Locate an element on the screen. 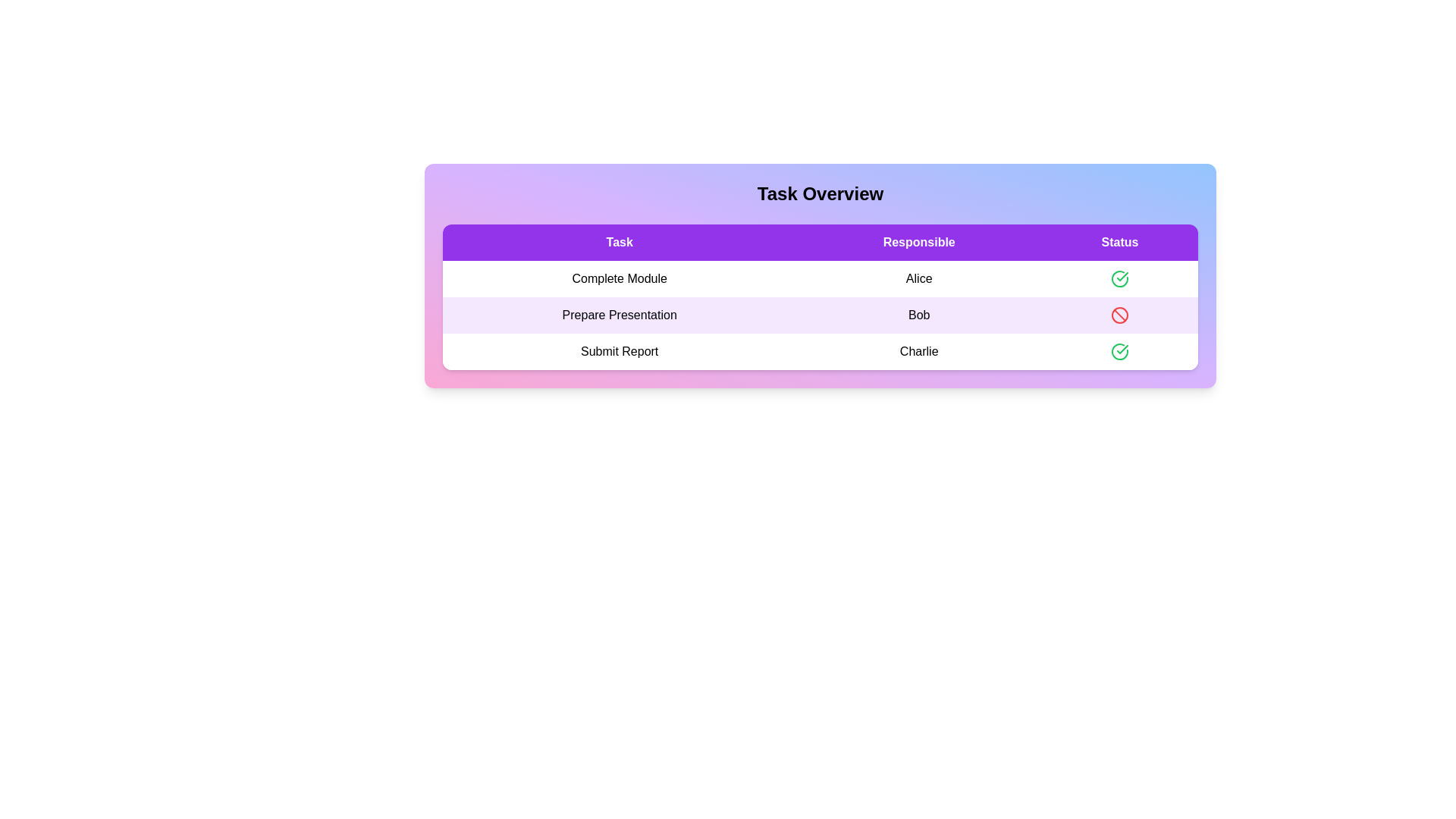  the checkmark icon representing a completed or successful status for the task associated with 'Charlie' in the 'Task Overview' table is located at coordinates (1122, 277).